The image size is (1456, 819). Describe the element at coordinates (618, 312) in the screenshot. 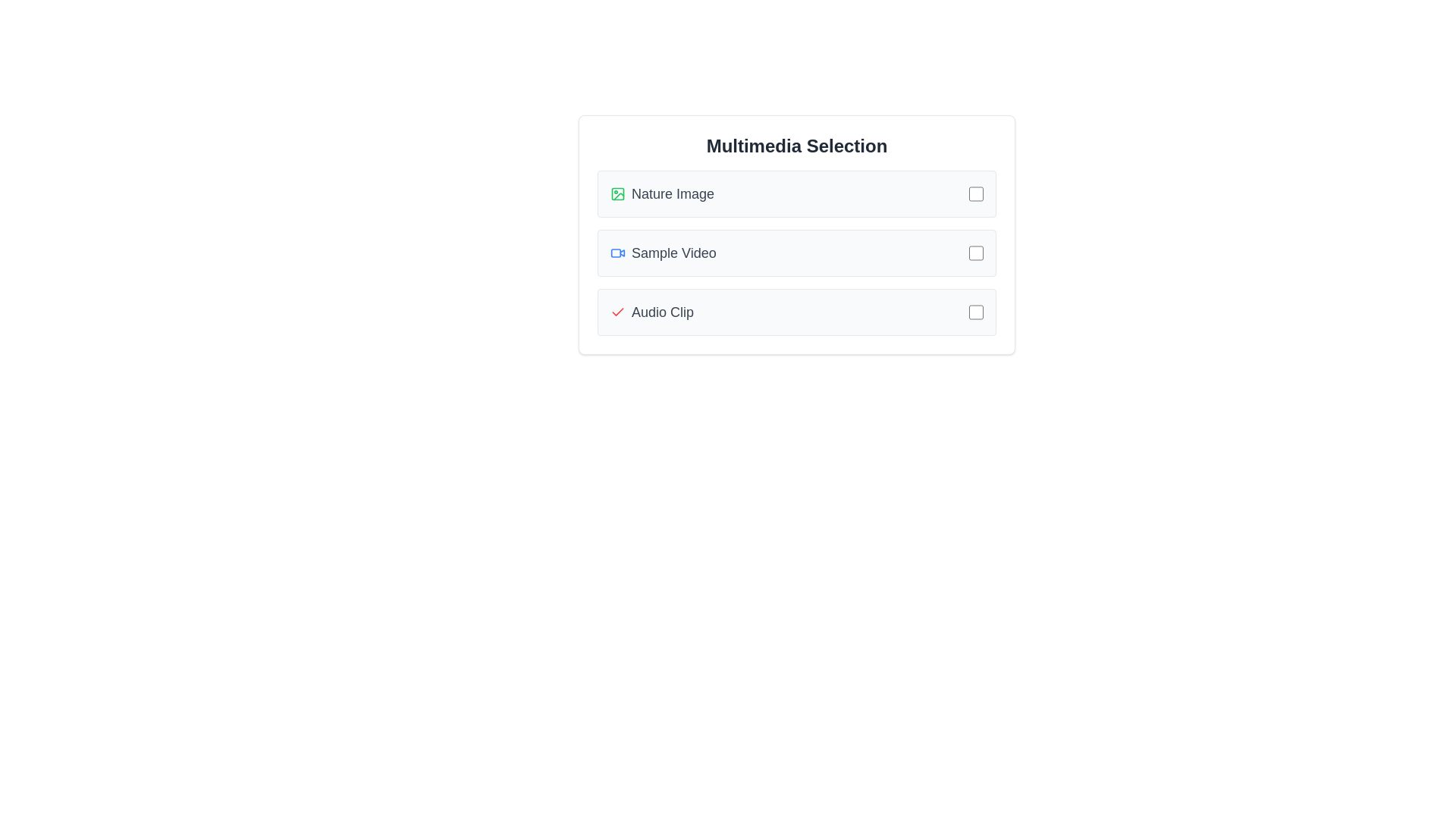

I see `the red checkmark icon indicating selection, which is positioned to the left of the 'Audio Clip' text label` at that location.